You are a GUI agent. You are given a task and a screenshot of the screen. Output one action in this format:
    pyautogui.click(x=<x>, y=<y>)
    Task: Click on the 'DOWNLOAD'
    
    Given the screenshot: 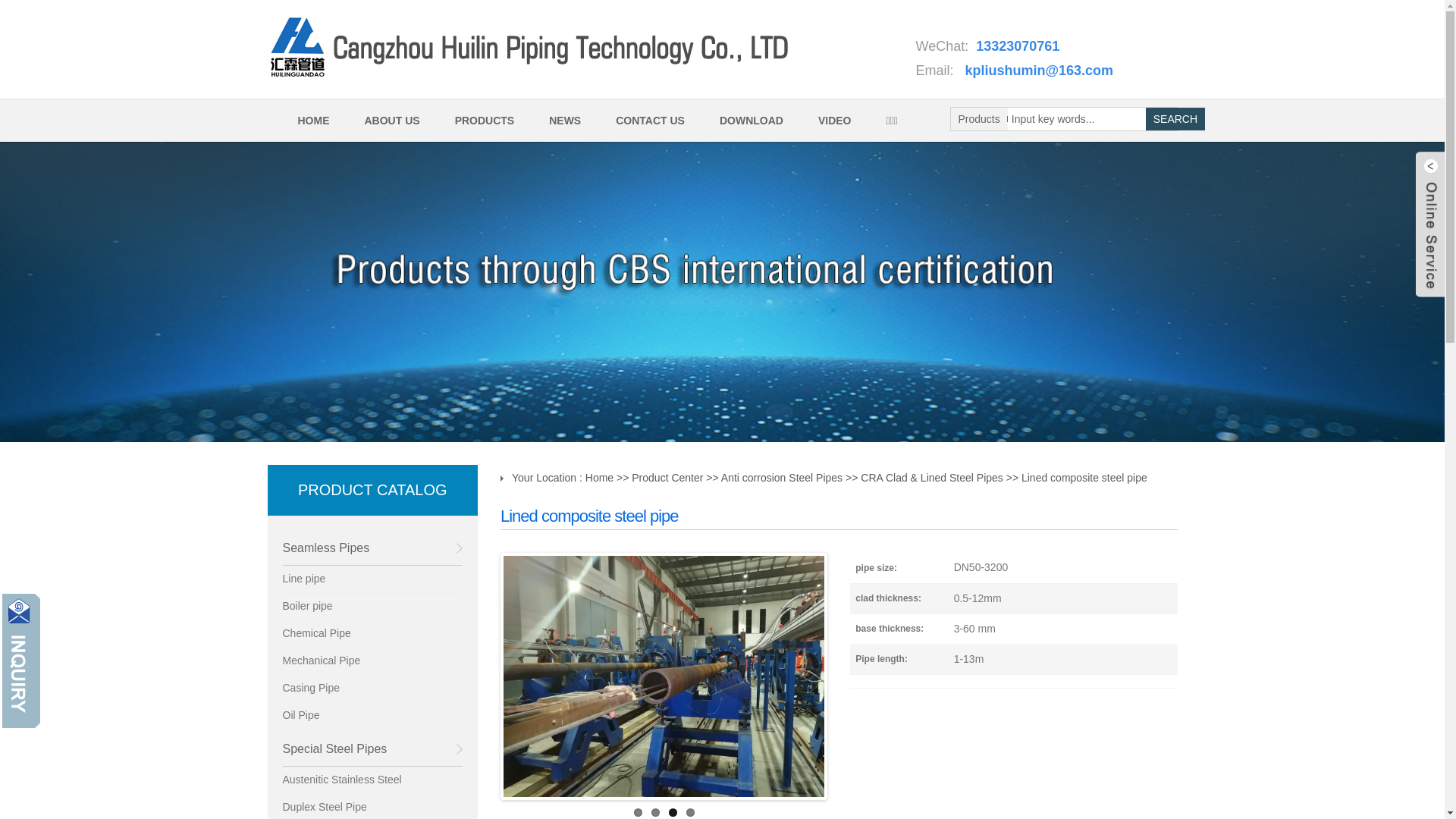 What is the action you would take?
    pyautogui.click(x=749, y=119)
    